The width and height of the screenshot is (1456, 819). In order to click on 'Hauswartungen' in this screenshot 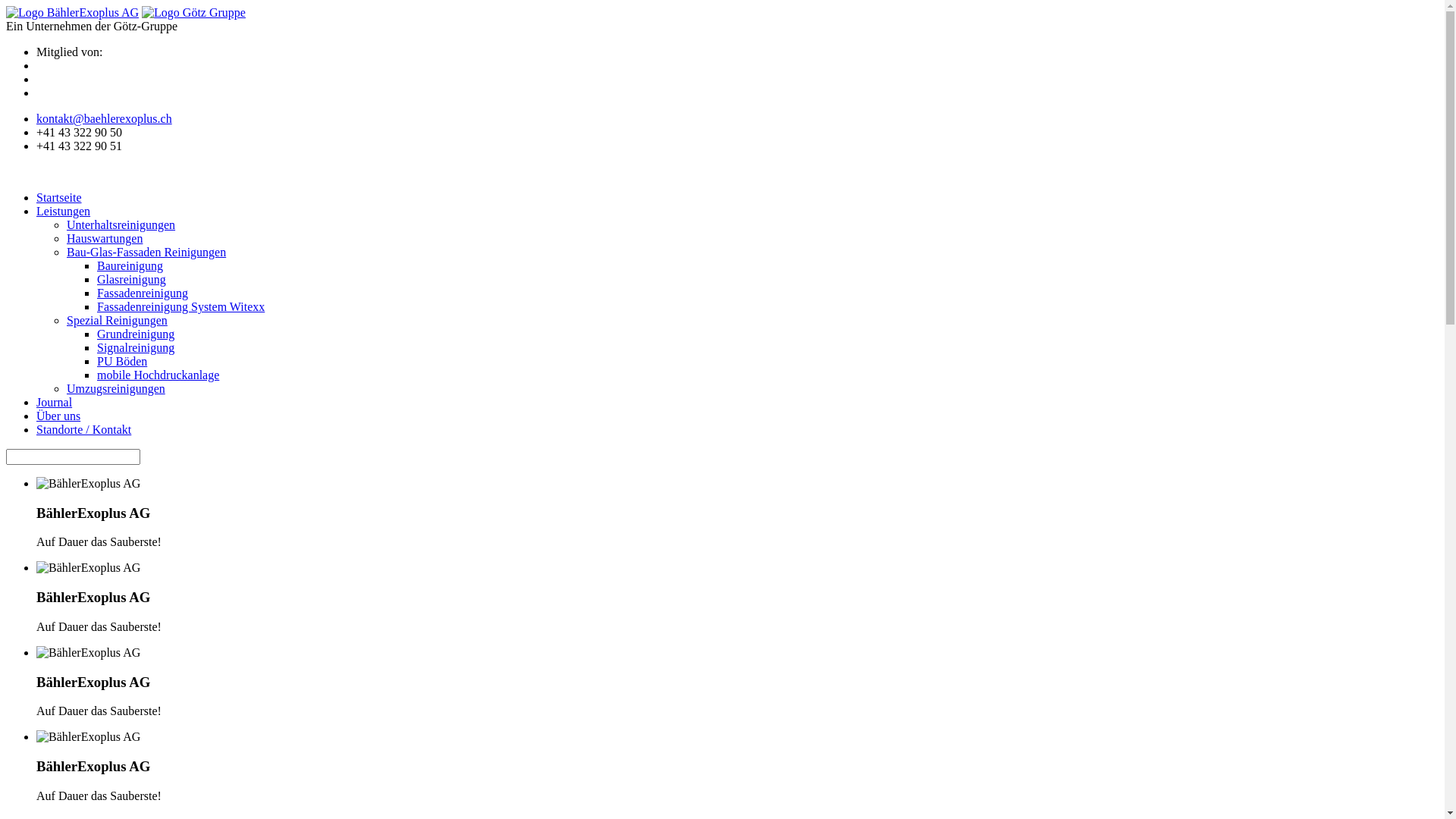, I will do `click(104, 238)`.